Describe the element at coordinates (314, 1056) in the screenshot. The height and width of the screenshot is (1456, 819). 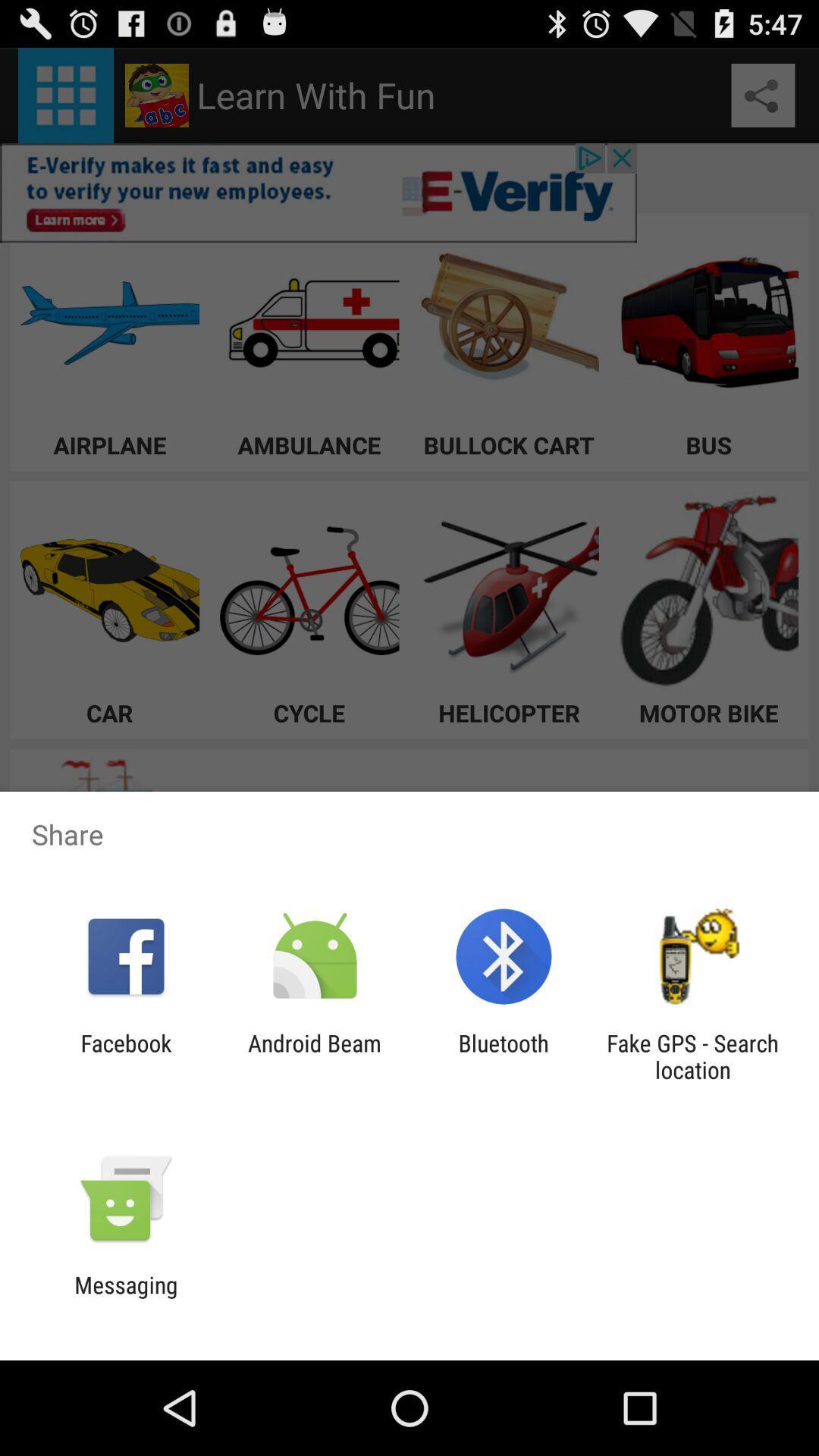
I see `item to the left of the bluetooth item` at that location.